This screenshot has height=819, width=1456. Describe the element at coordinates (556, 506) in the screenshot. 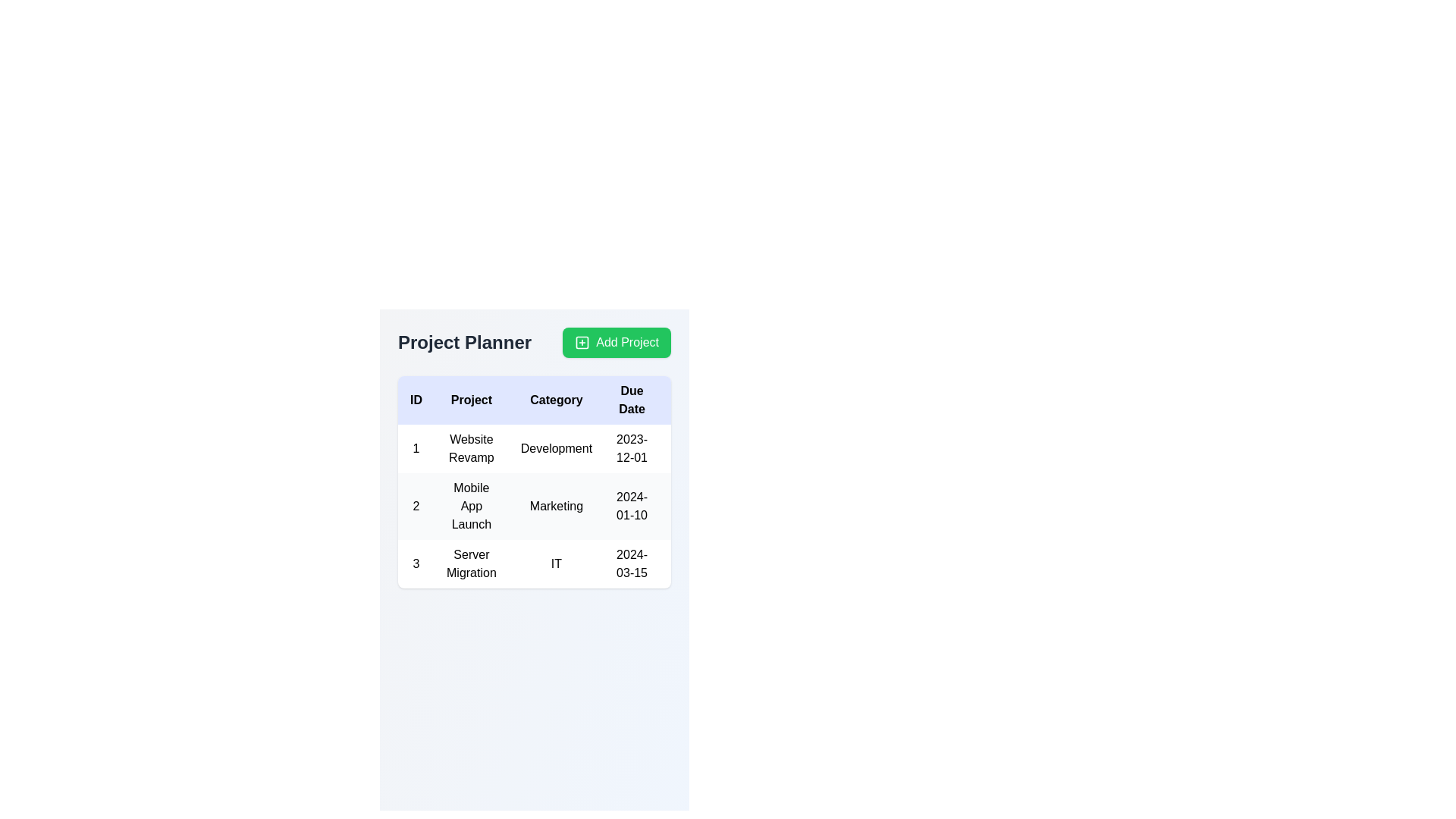

I see `the Text Display Field displaying 'Marketing' in the second row, third column of the table` at that location.